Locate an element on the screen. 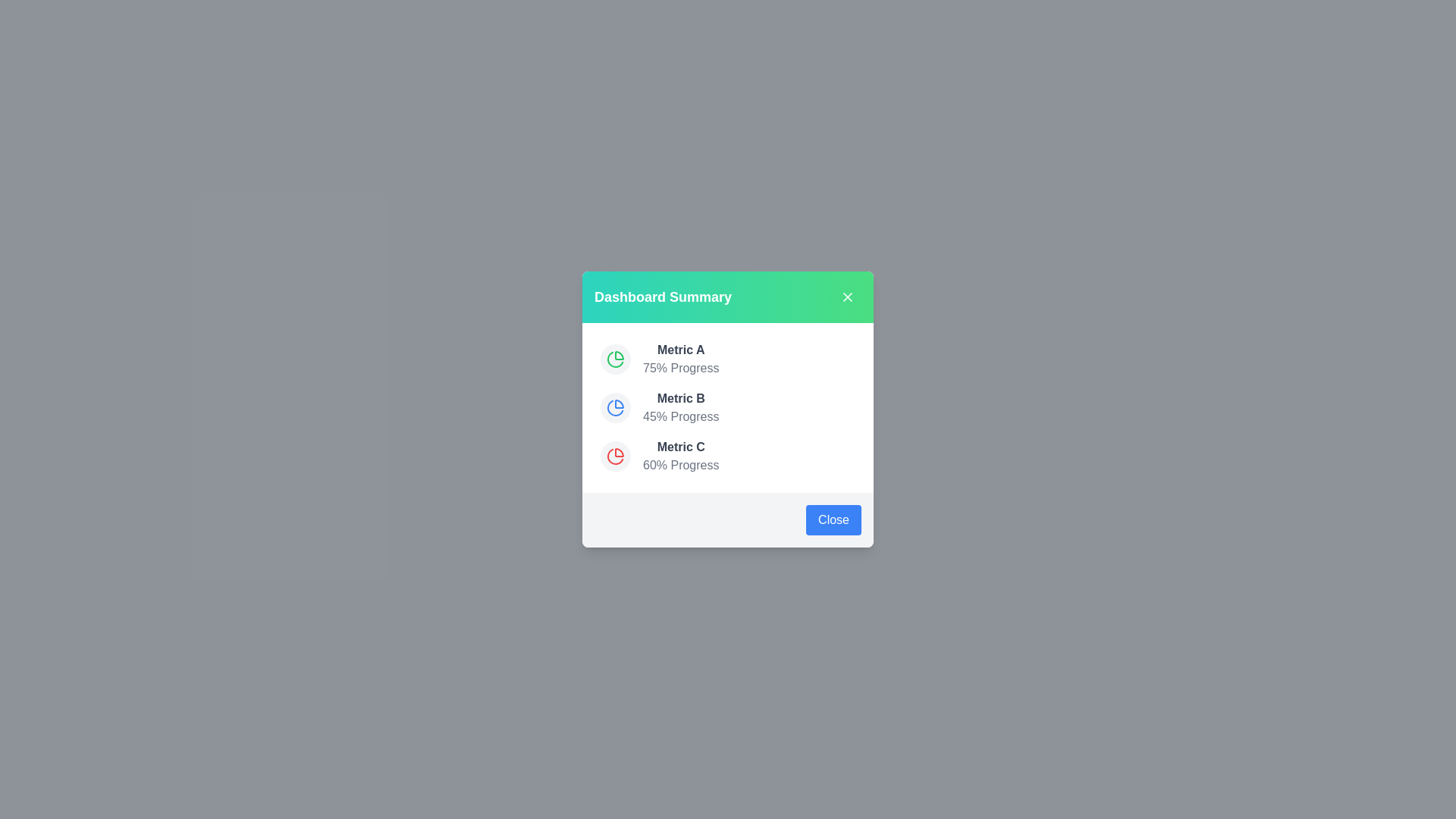 The width and height of the screenshot is (1456, 819). the dialog header to focus on it is located at coordinates (728, 297).